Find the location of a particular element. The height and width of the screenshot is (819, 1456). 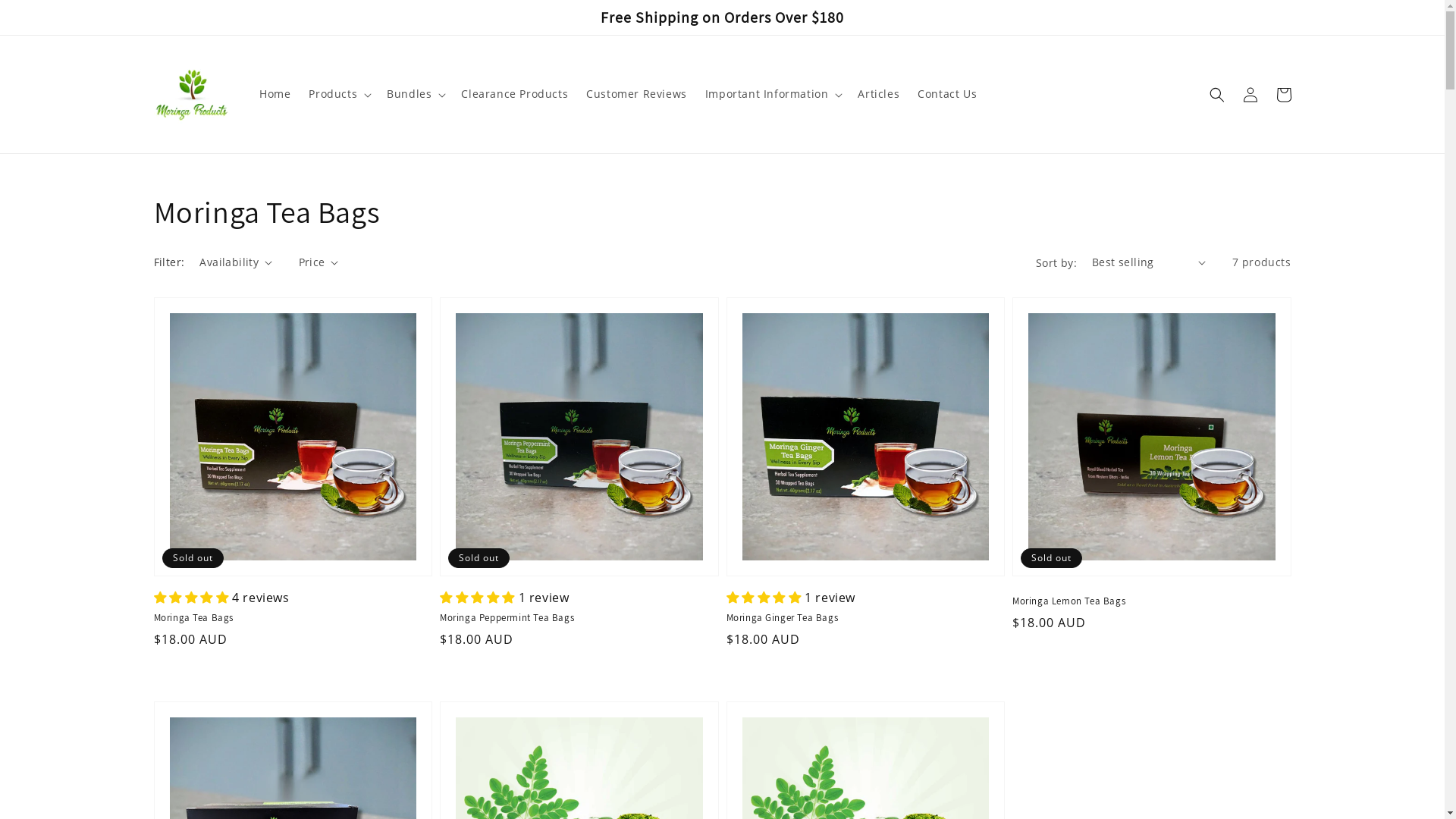

'Articles' is located at coordinates (878, 93).